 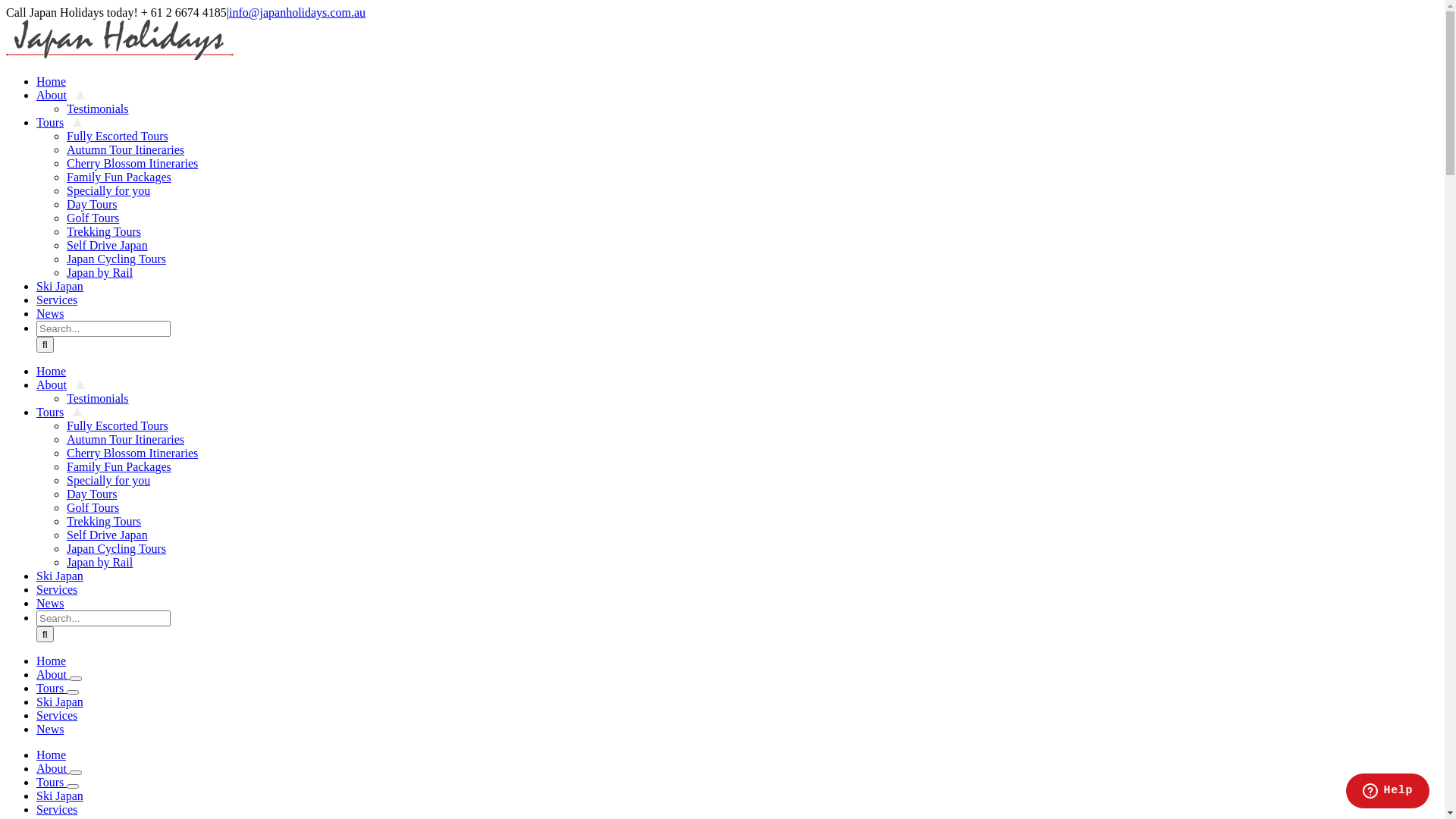 What do you see at coordinates (115, 258) in the screenshot?
I see `'Japan Cycling Tours'` at bounding box center [115, 258].